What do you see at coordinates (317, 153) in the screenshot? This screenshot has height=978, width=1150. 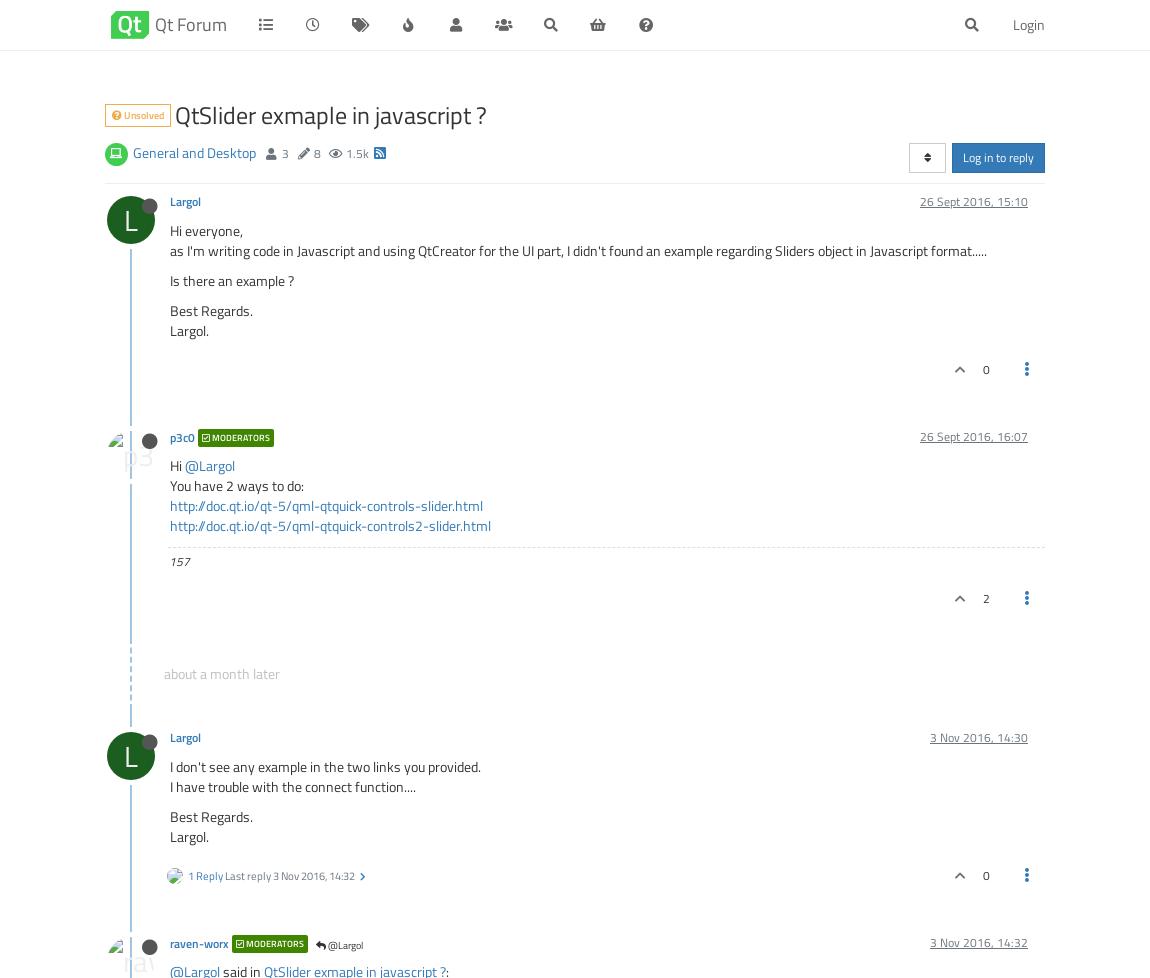 I see `'8'` at bounding box center [317, 153].